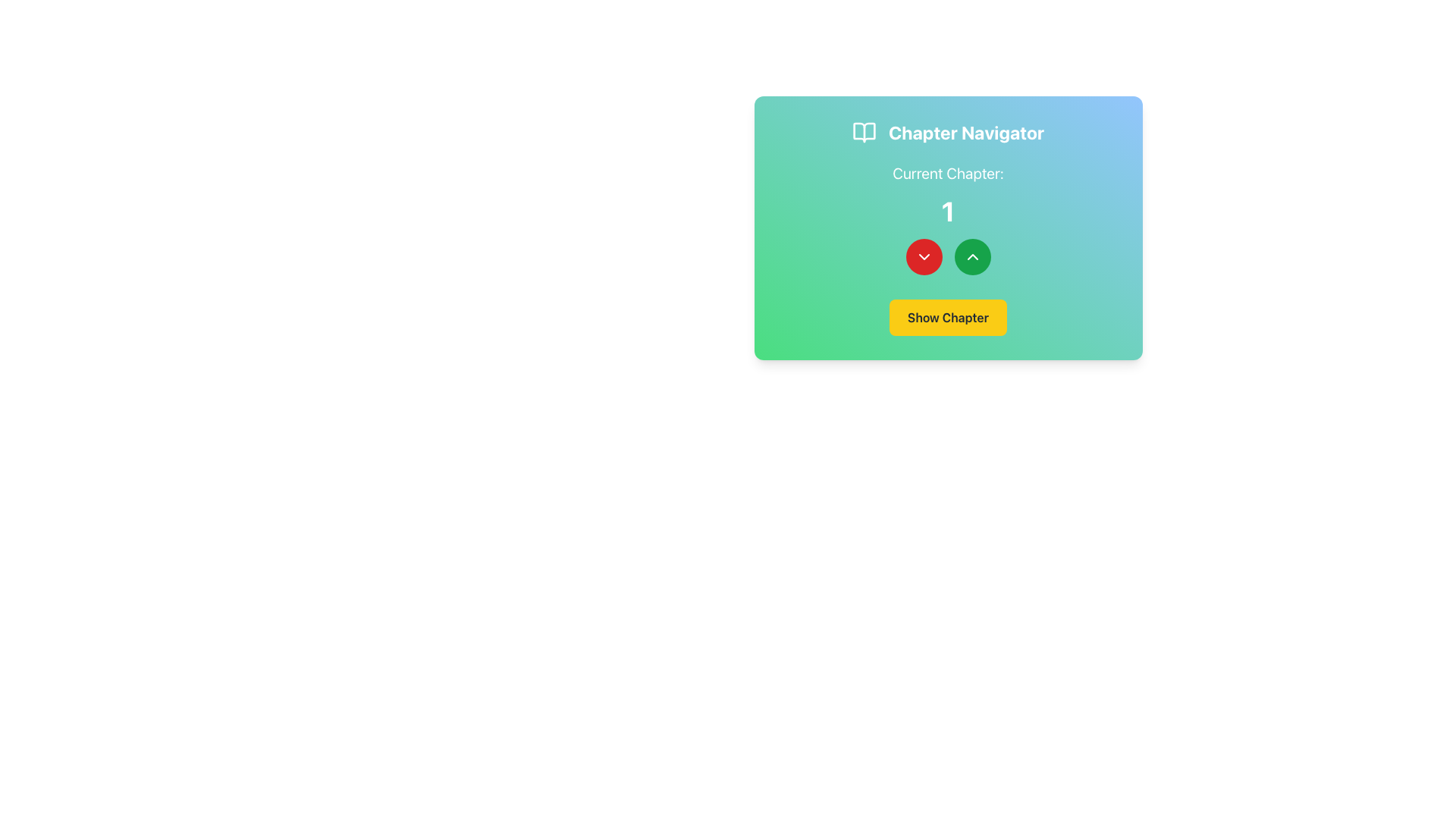  I want to click on the 'Show Chapter' button, which is located at the bottom center of the 'Chapter Navigator' card and features a yellow background to observe its hover effect, so click(947, 317).